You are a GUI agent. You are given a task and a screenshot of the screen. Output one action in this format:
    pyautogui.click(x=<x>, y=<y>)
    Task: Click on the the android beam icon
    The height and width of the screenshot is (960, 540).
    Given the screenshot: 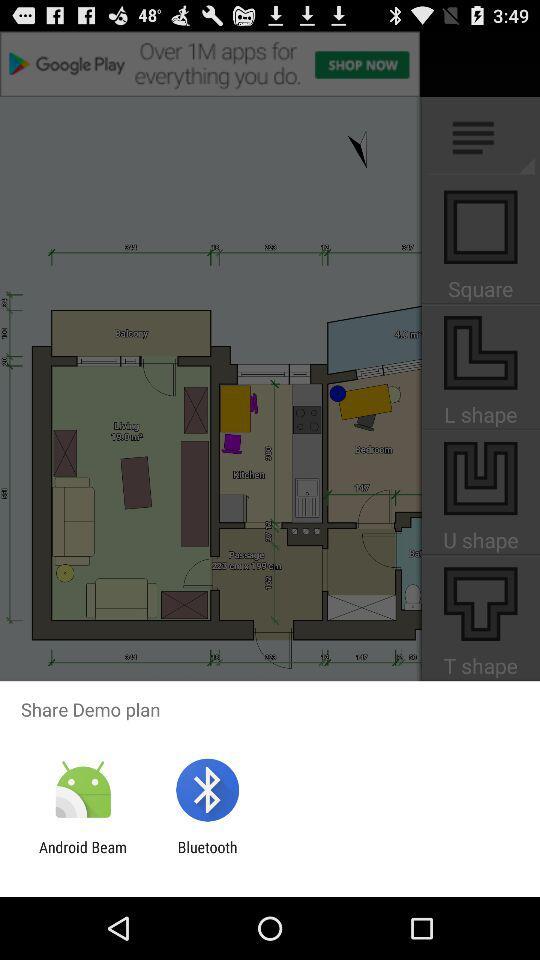 What is the action you would take?
    pyautogui.click(x=82, y=855)
    